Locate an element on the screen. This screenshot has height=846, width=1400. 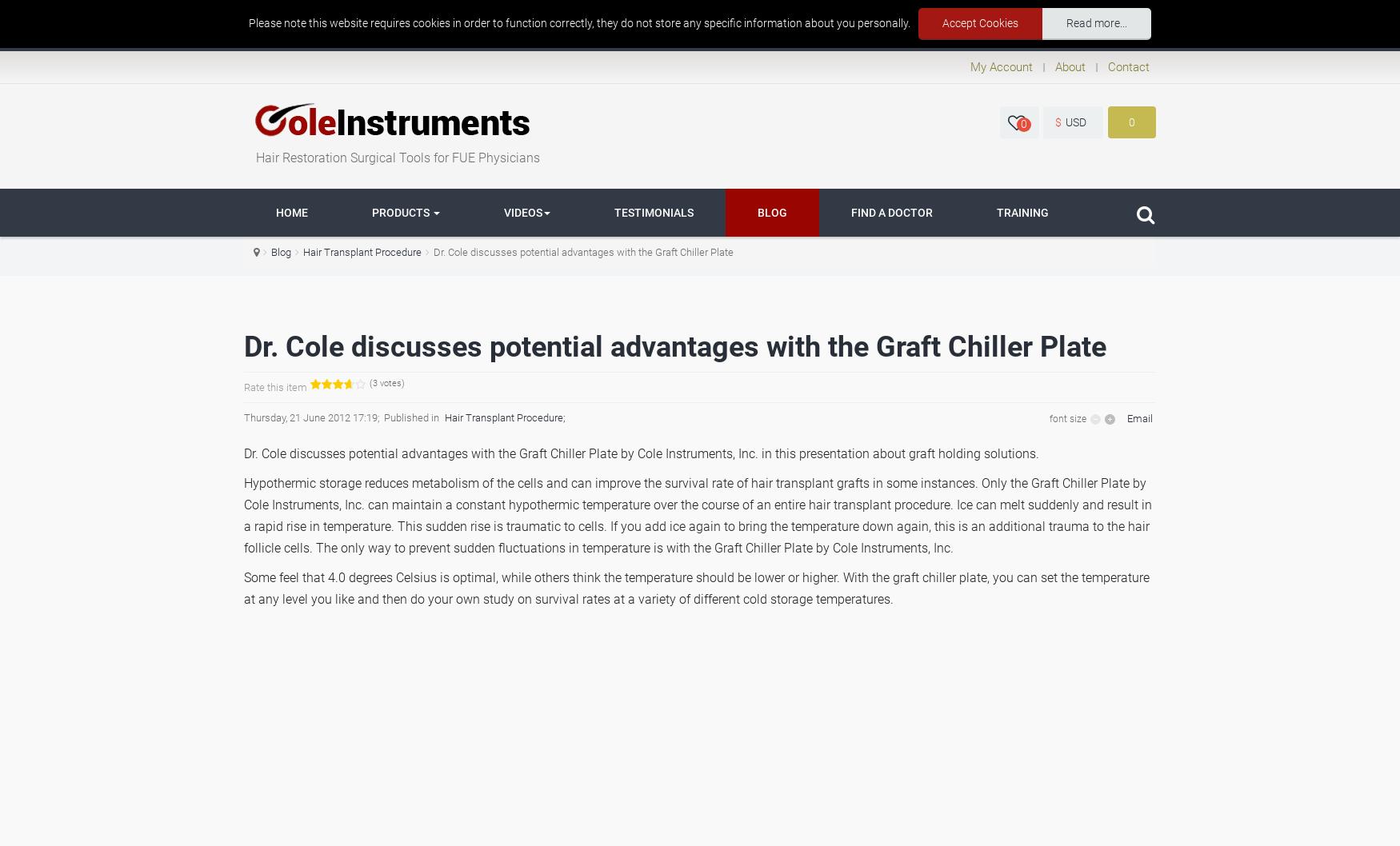
'Rate this item' is located at coordinates (275, 385).